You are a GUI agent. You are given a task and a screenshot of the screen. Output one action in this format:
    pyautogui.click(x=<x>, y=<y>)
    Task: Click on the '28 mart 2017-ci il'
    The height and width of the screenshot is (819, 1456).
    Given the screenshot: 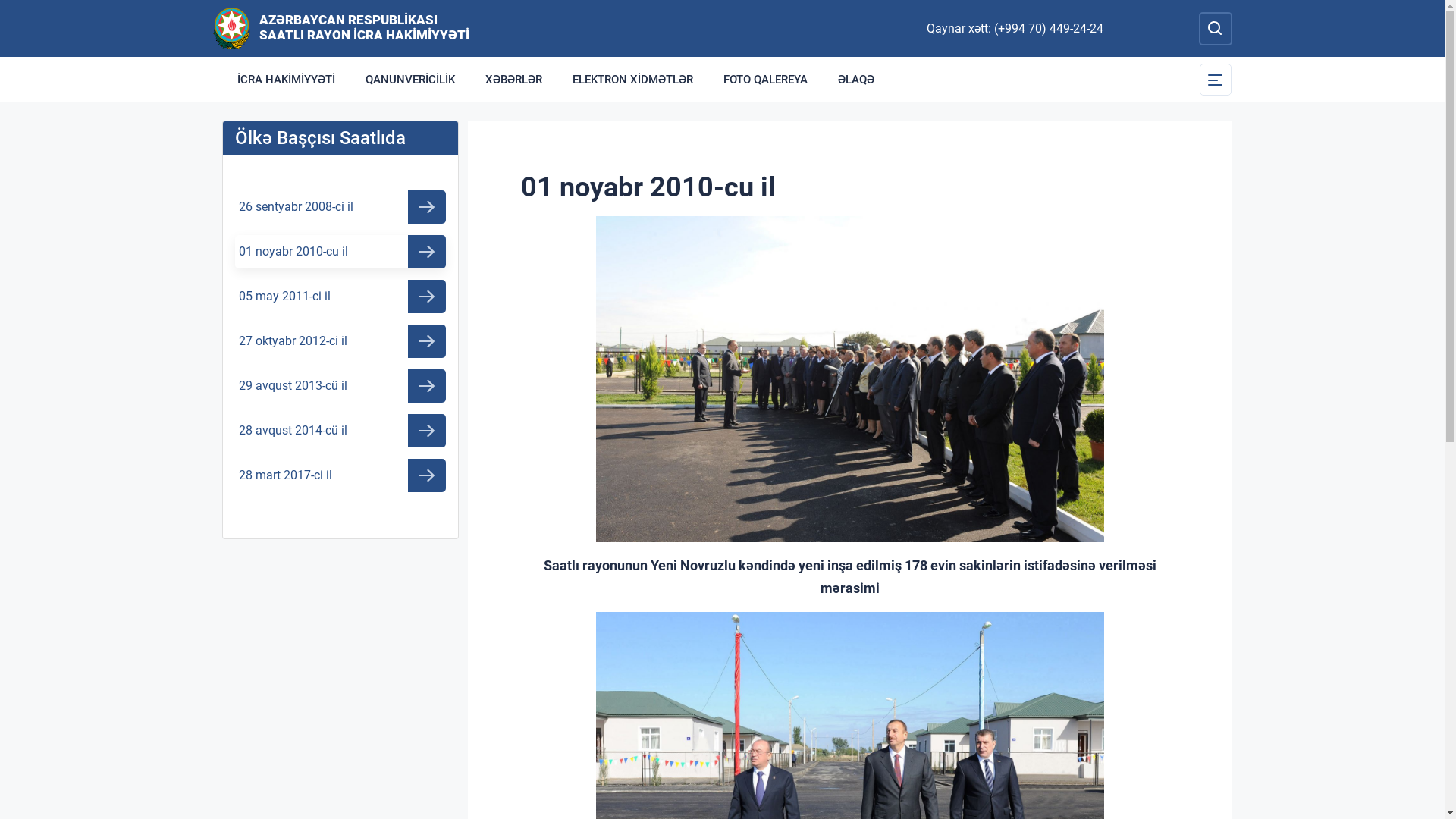 What is the action you would take?
    pyautogui.click(x=340, y=475)
    